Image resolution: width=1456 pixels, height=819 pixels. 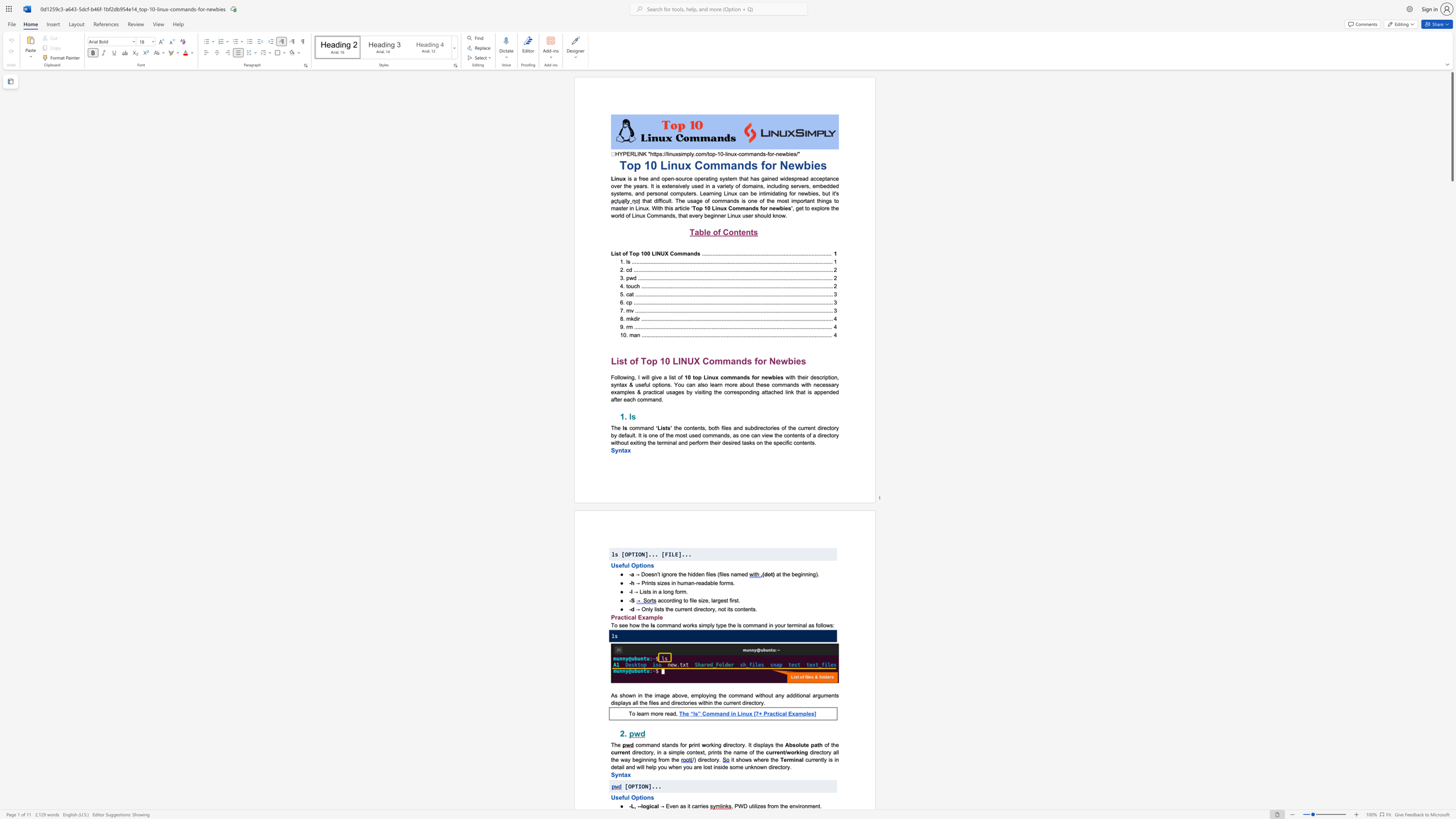 What do you see at coordinates (621, 377) in the screenshot?
I see `the 2th character "o" in the text` at bounding box center [621, 377].